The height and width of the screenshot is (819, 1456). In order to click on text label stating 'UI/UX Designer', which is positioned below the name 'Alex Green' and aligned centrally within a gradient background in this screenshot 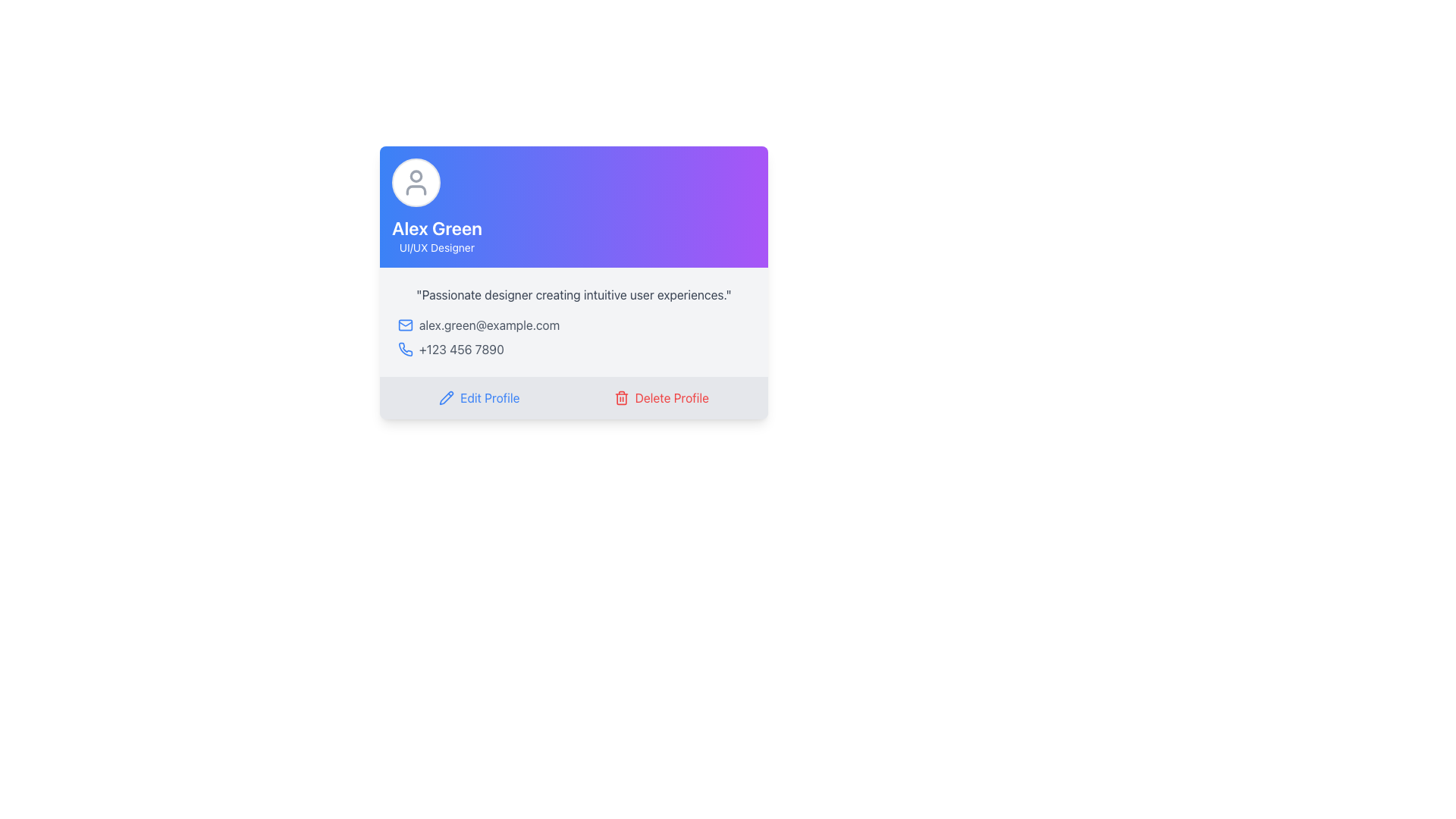, I will do `click(436, 247)`.